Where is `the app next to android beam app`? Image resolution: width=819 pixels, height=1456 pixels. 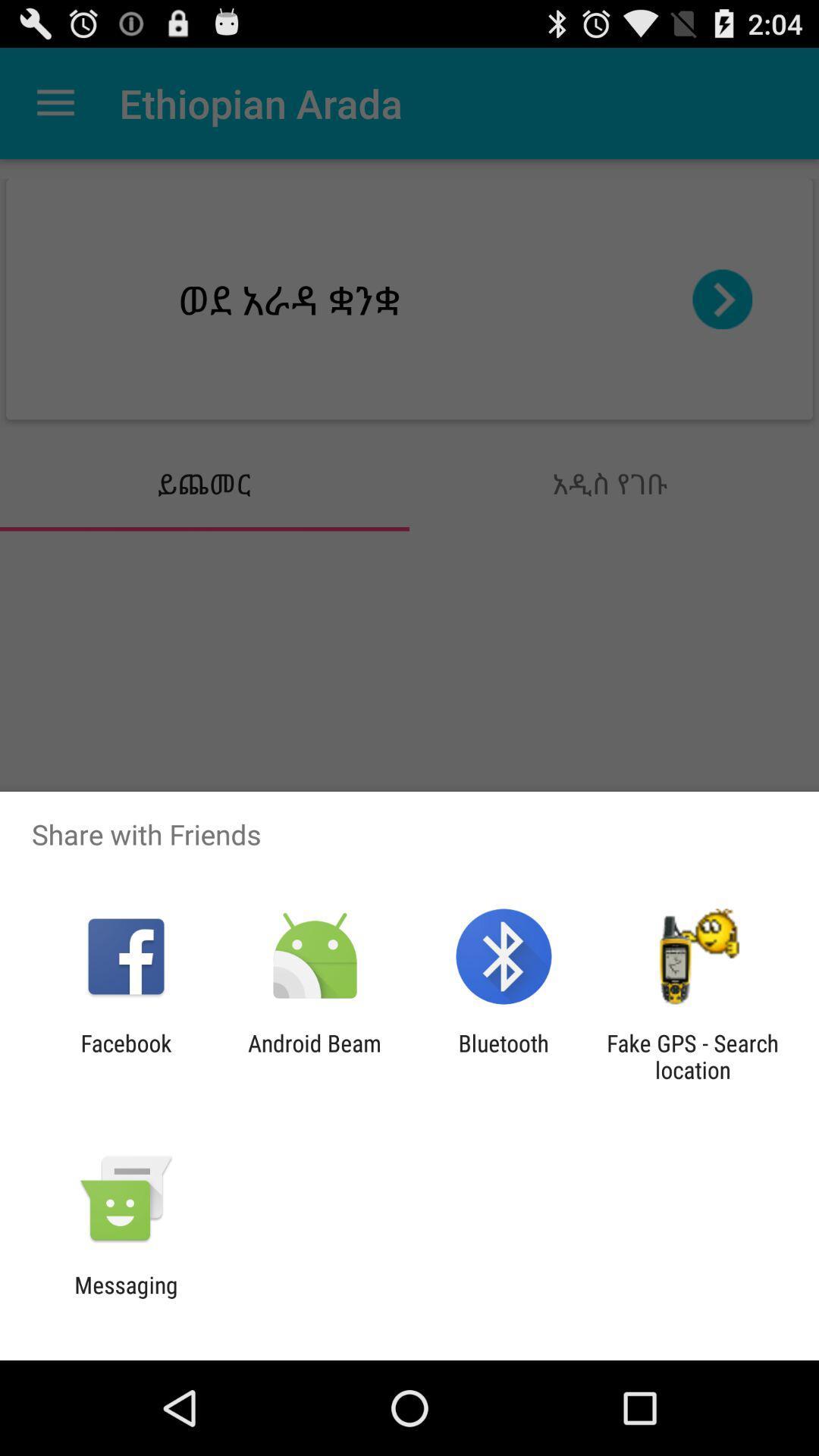 the app next to android beam app is located at coordinates (504, 1056).